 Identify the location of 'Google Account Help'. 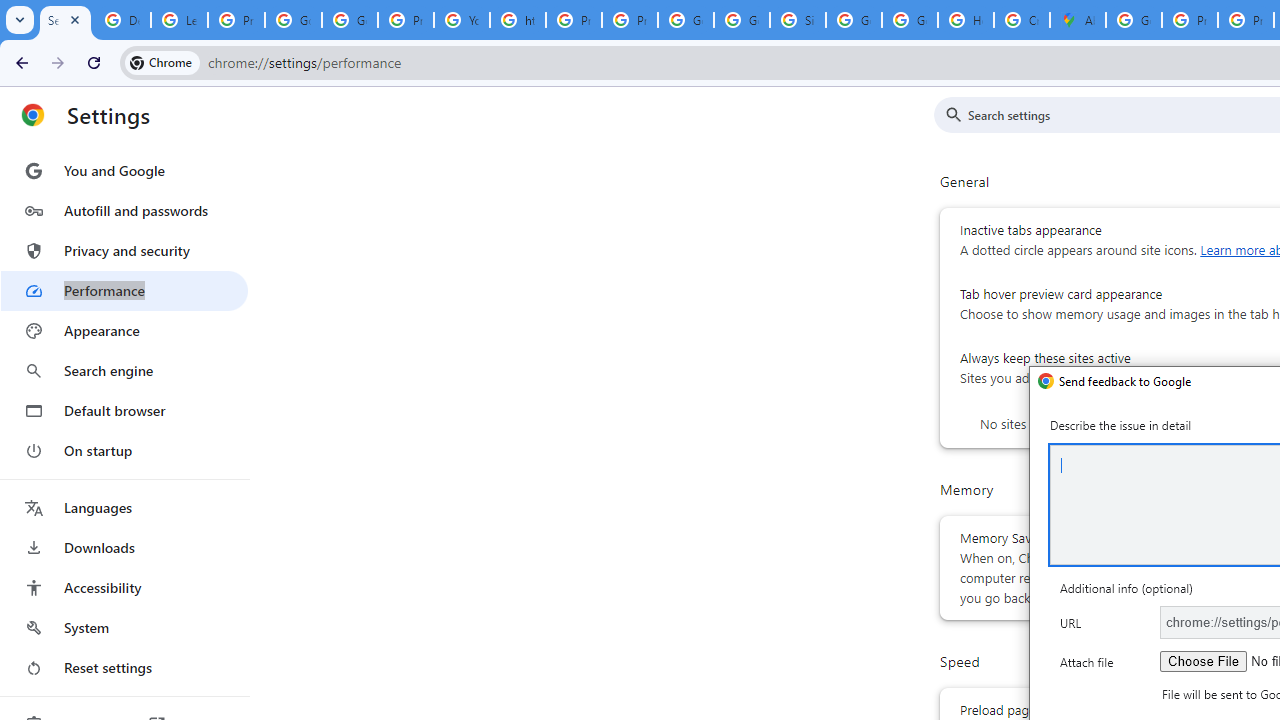
(292, 20).